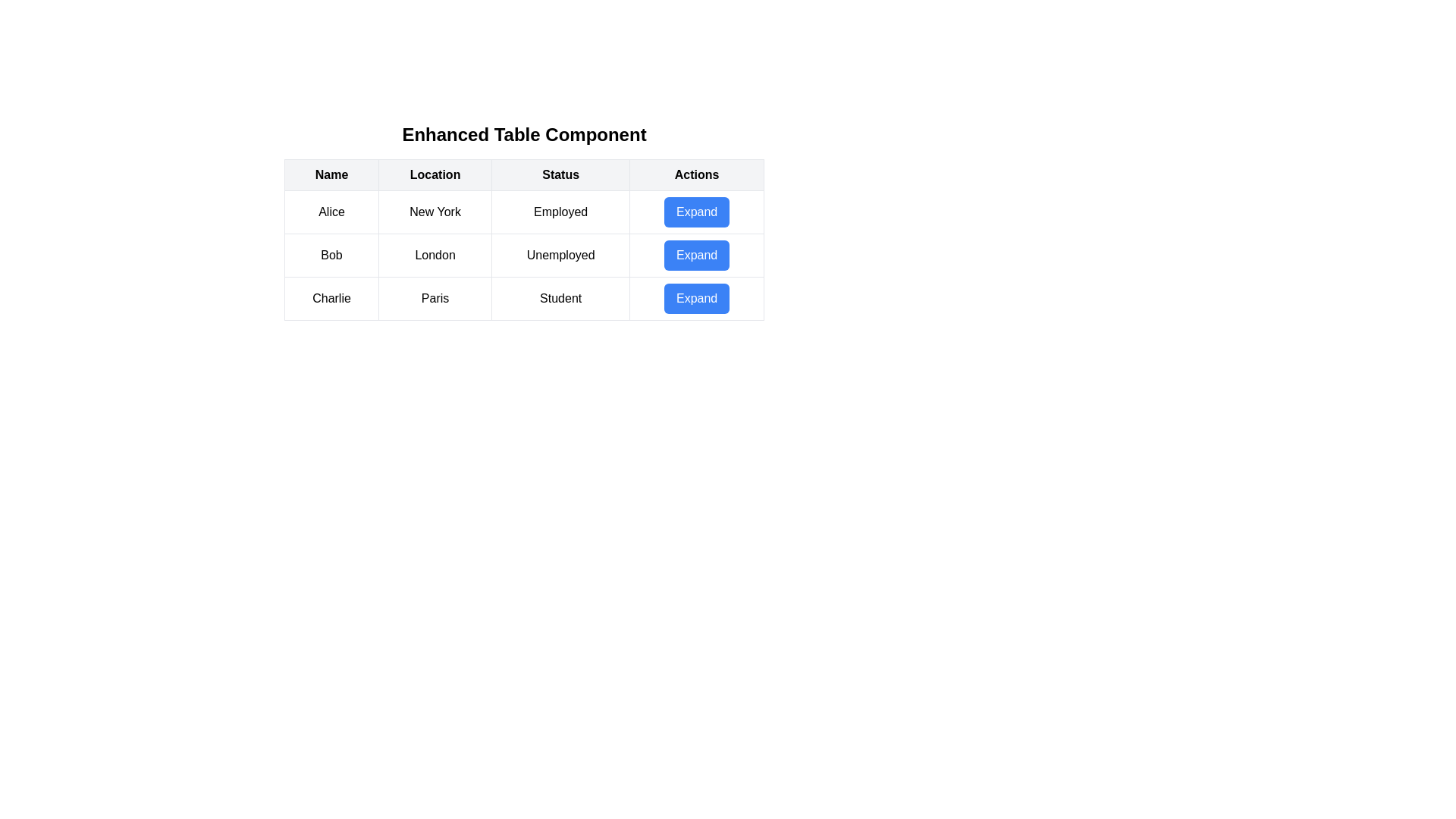  I want to click on the button in the last column of the first row of the table under the 'Actions' column, so click(696, 212).